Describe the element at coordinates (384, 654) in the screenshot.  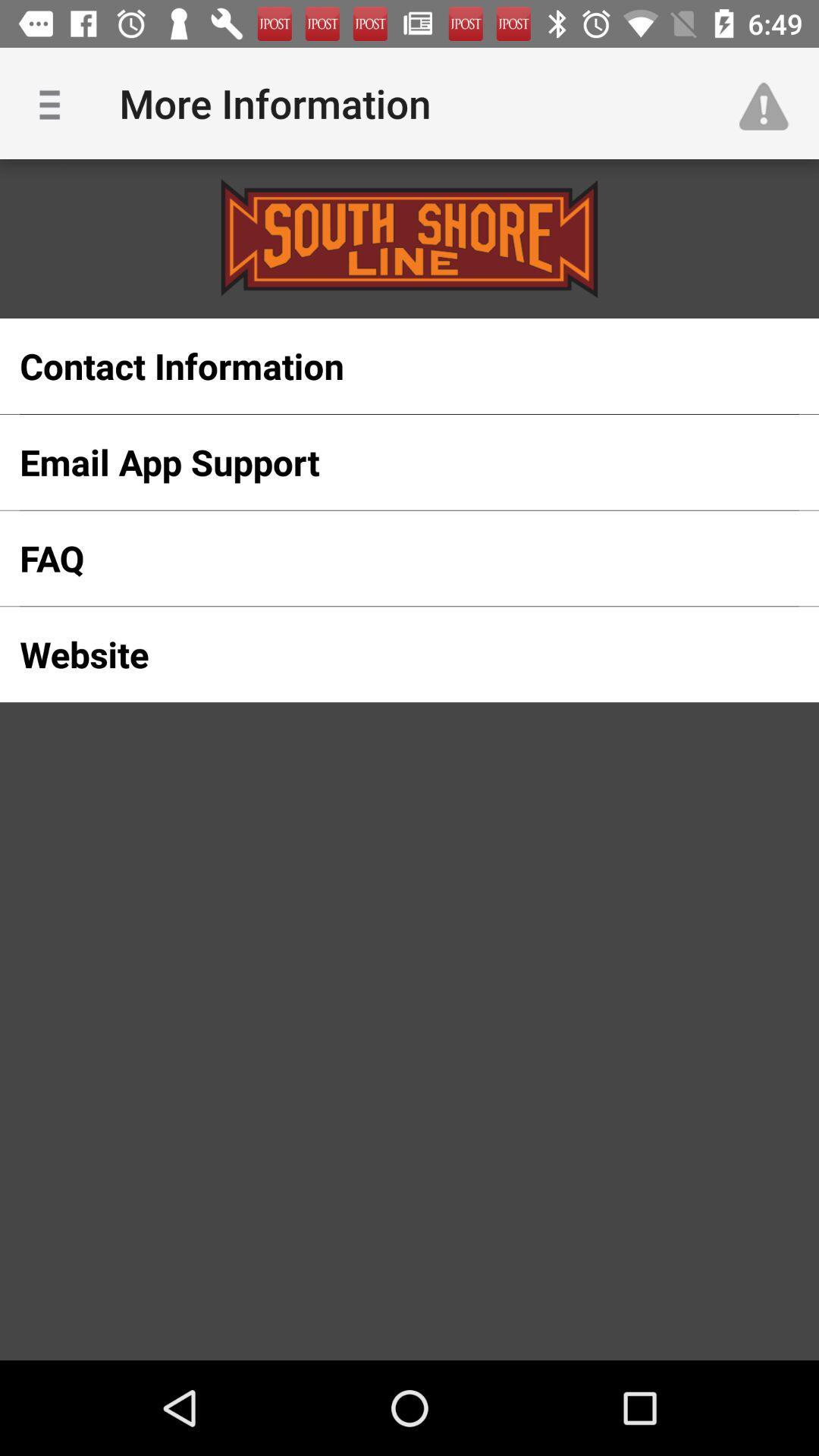
I see `the icon below the faq item` at that location.